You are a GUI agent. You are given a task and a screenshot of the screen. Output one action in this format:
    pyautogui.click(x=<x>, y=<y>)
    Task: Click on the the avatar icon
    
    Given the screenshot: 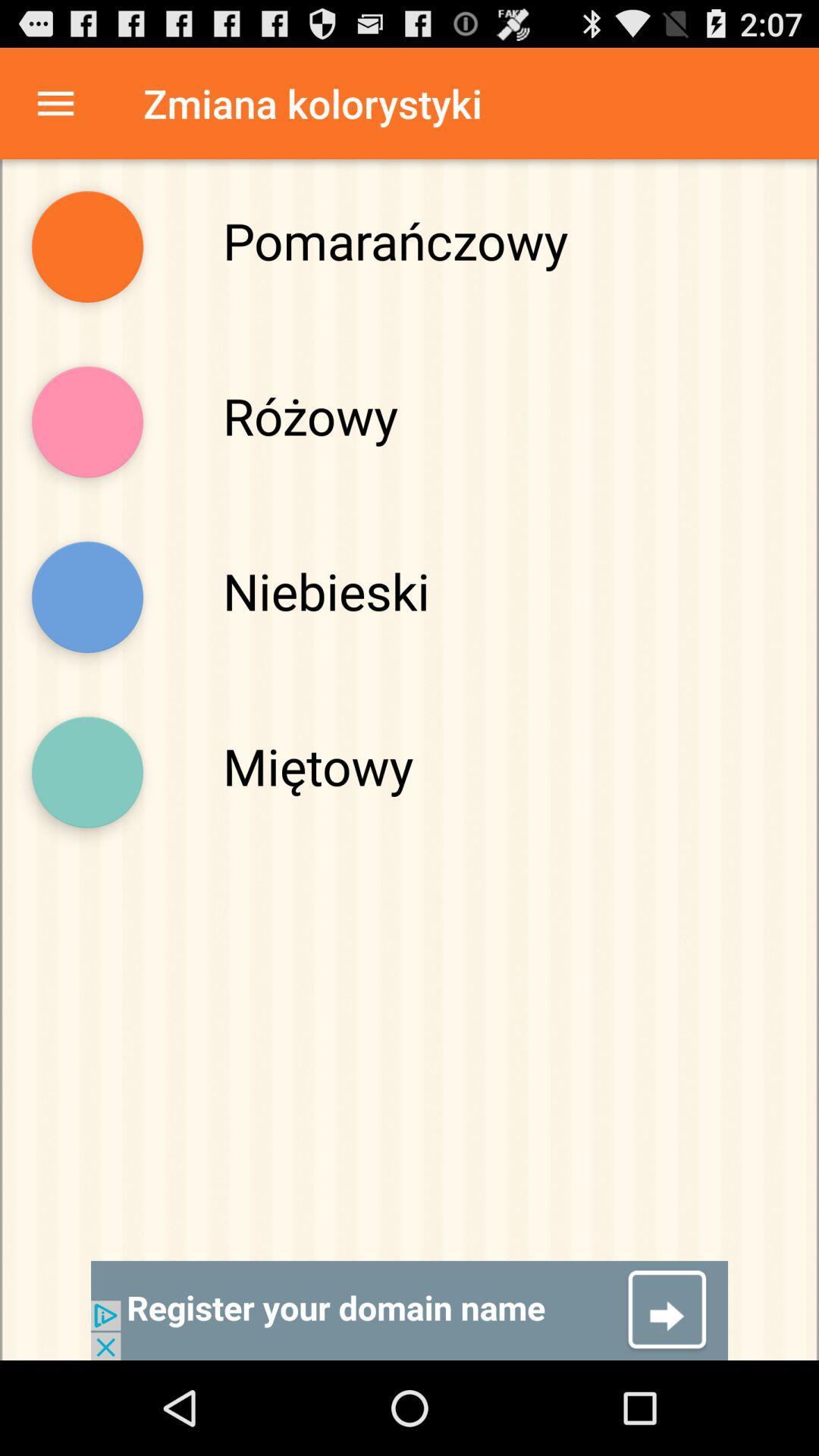 What is the action you would take?
    pyautogui.click(x=87, y=450)
    